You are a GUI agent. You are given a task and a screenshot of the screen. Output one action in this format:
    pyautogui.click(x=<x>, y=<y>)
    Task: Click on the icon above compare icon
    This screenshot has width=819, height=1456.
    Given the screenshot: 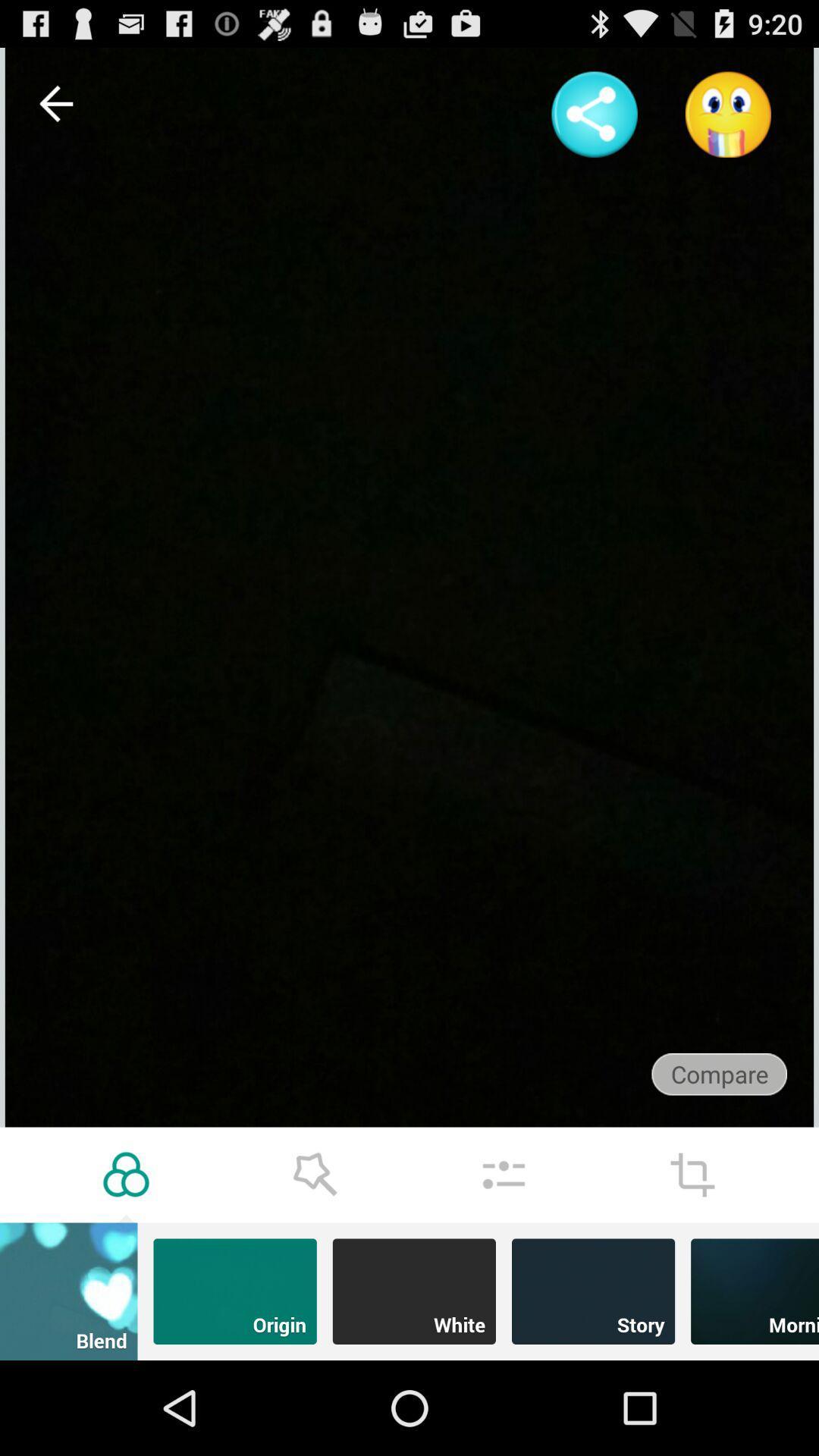 What is the action you would take?
    pyautogui.click(x=727, y=114)
    